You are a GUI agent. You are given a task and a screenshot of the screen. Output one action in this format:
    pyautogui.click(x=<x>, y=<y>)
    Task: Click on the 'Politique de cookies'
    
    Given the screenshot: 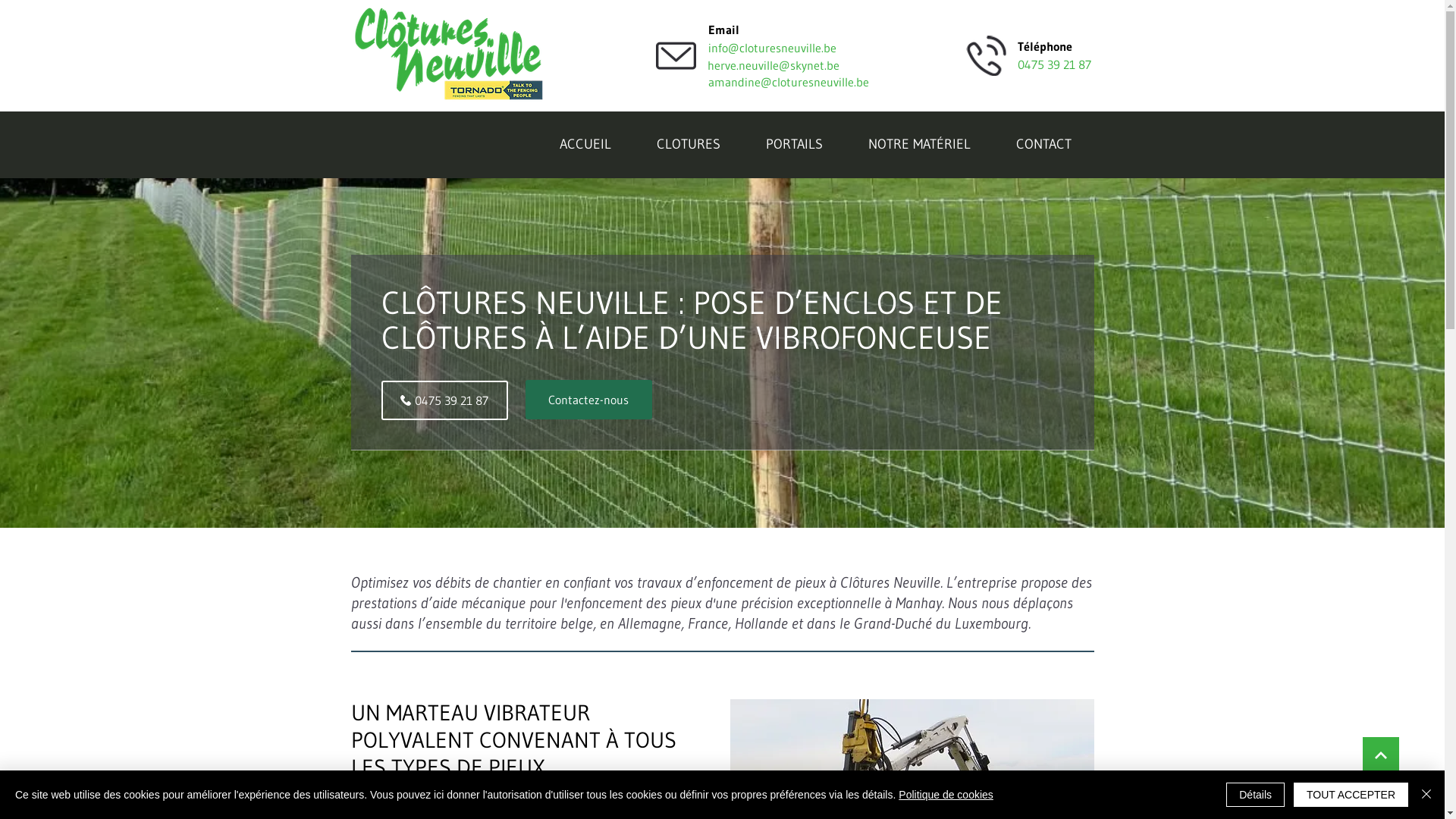 What is the action you would take?
    pyautogui.click(x=945, y=794)
    